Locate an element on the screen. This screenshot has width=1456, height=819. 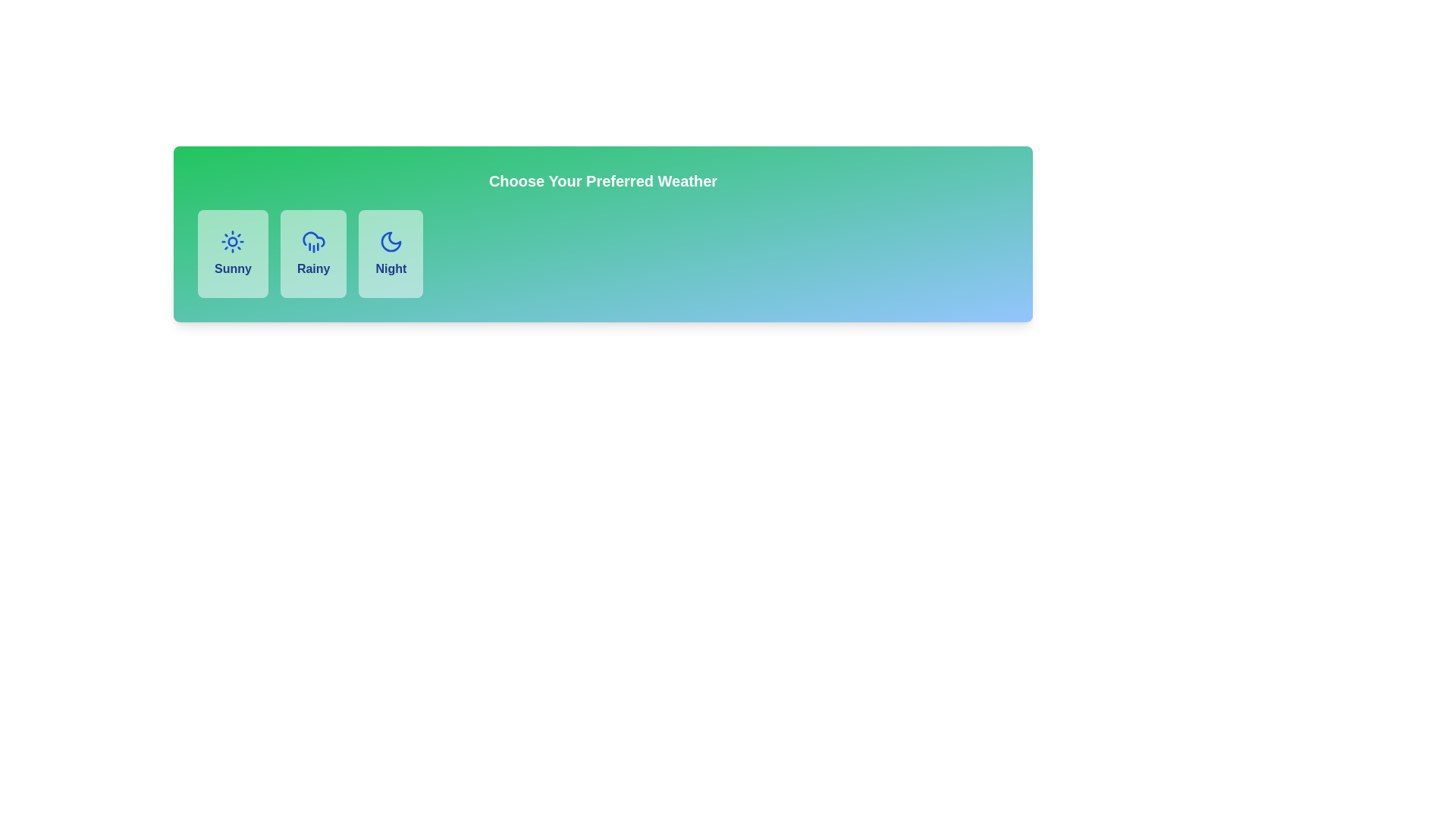
the moon-shaped icon in the 'Night' button is located at coordinates (391, 241).